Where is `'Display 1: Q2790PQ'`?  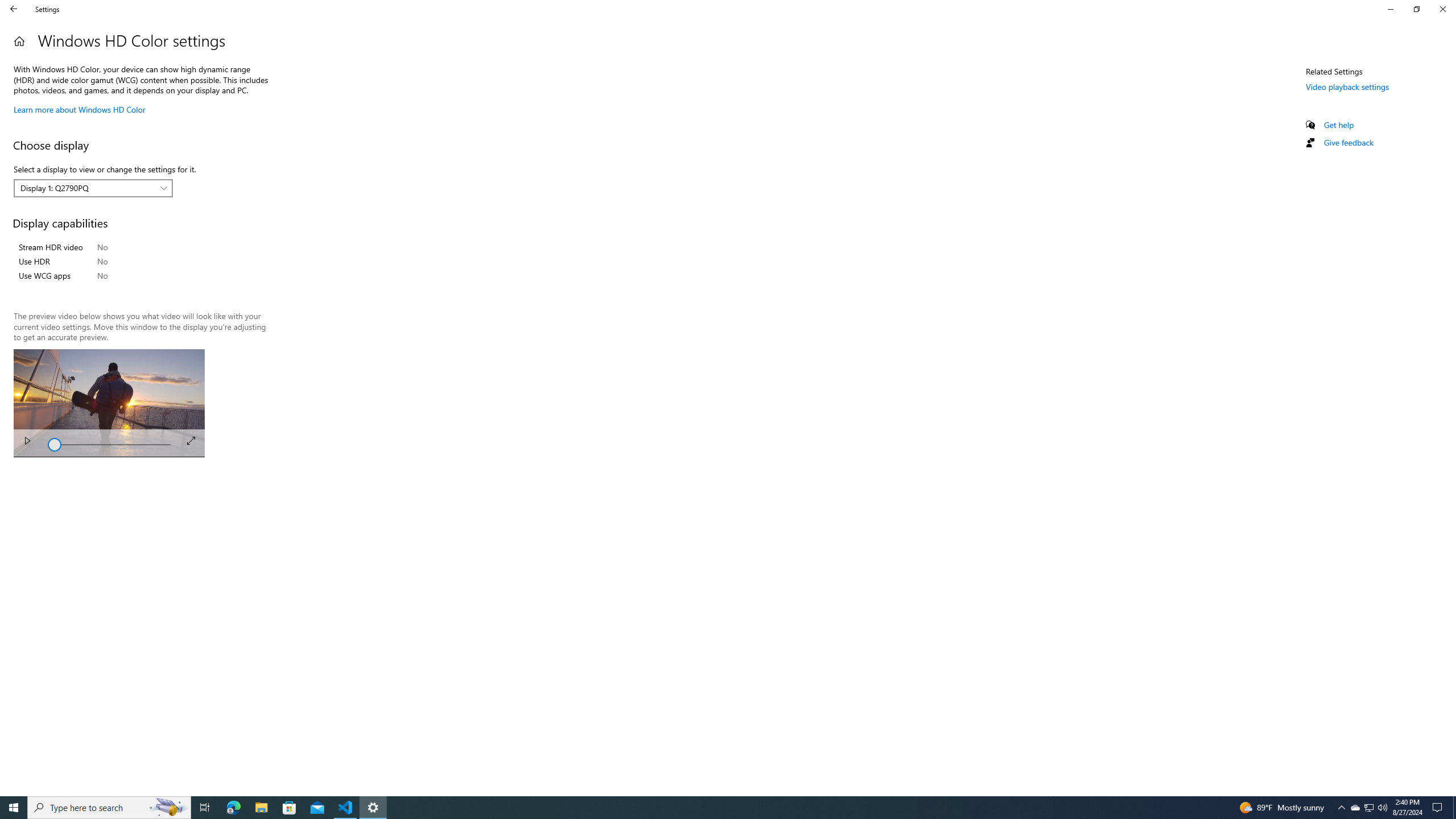
'Display 1: Q2790PQ' is located at coordinates (86, 187).